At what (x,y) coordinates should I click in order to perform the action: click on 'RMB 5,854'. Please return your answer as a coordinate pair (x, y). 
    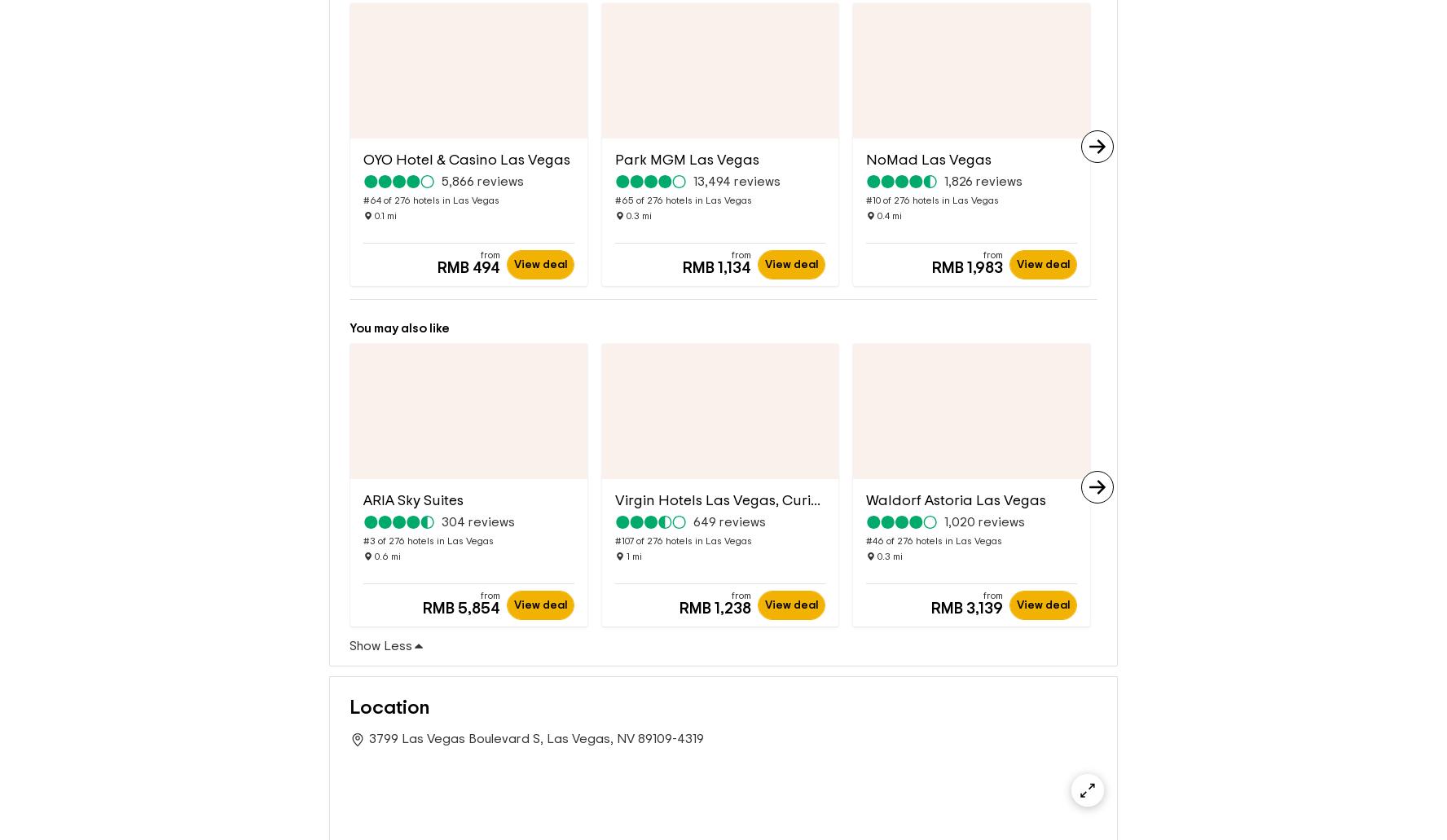
    Looking at the image, I should click on (460, 582).